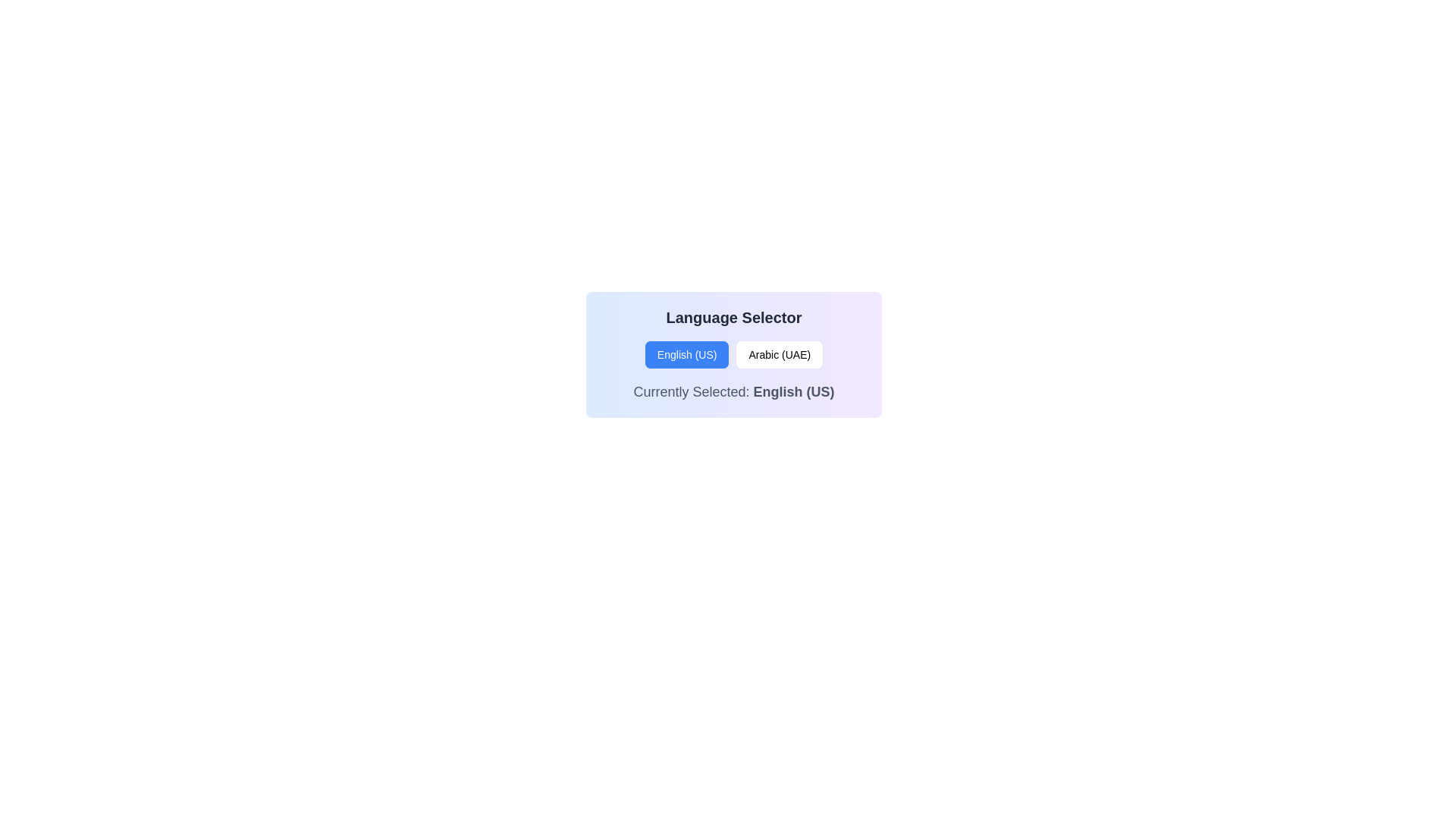 This screenshot has width=1456, height=819. What do you see at coordinates (734, 354) in the screenshot?
I see `the 'Arabic (UAE)' button in the Interactive language selector UI block` at bounding box center [734, 354].